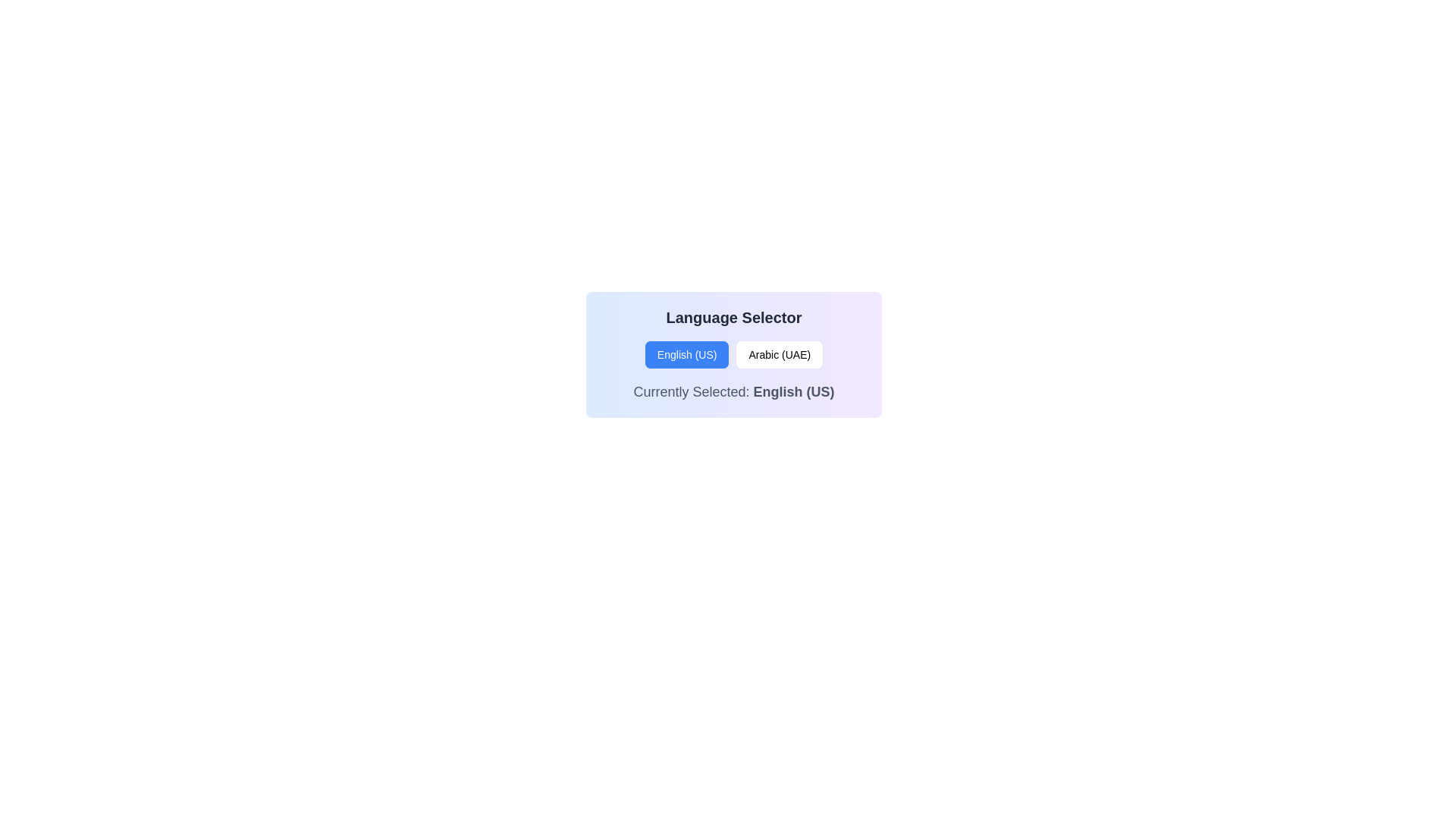 This screenshot has width=1456, height=819. What do you see at coordinates (734, 354) in the screenshot?
I see `the 'Arabic (UAE)' button in the Interactive language selector UI block` at bounding box center [734, 354].